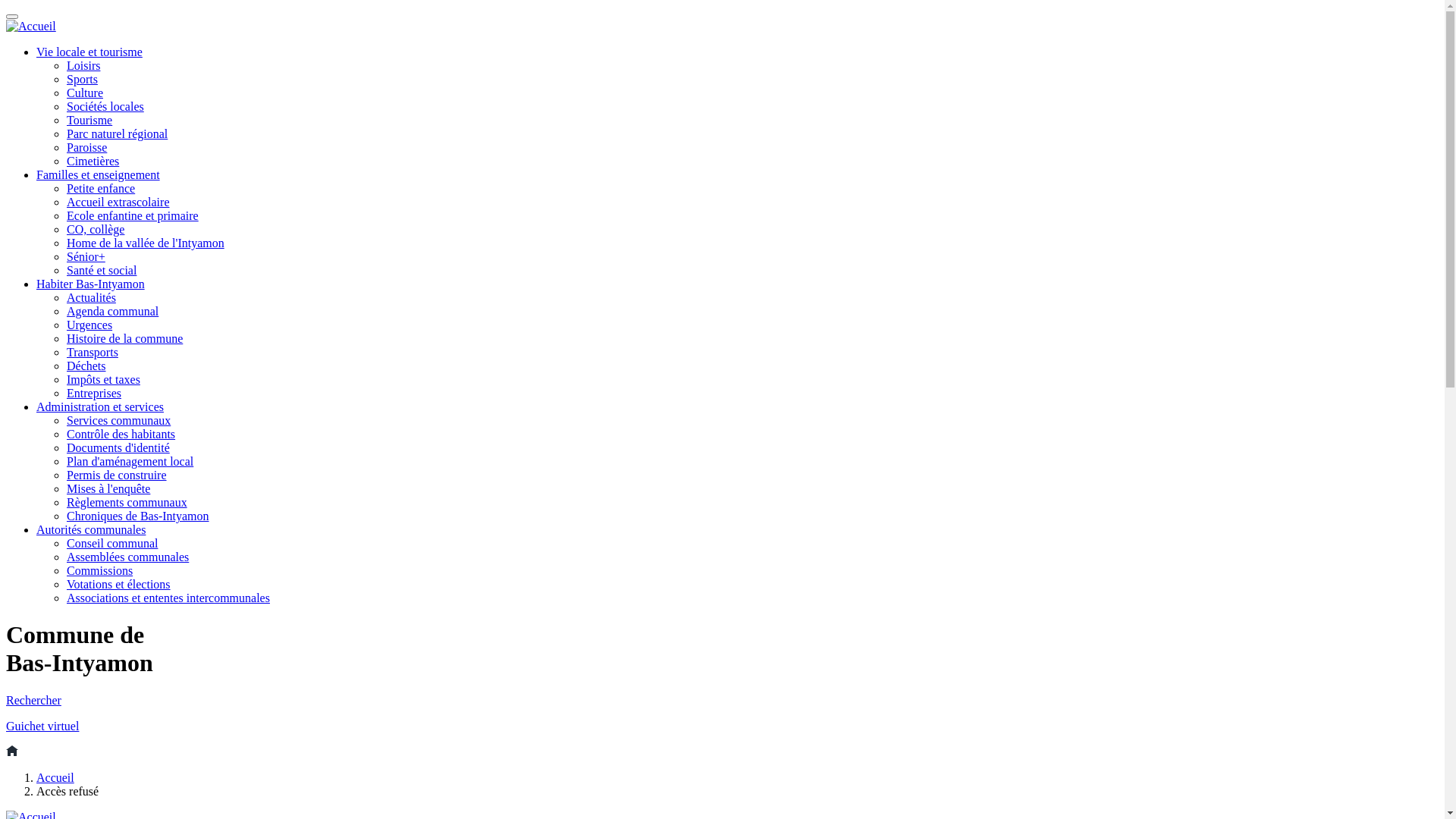  Describe the element at coordinates (97, 174) in the screenshot. I see `'Familles et enseignement'` at that location.